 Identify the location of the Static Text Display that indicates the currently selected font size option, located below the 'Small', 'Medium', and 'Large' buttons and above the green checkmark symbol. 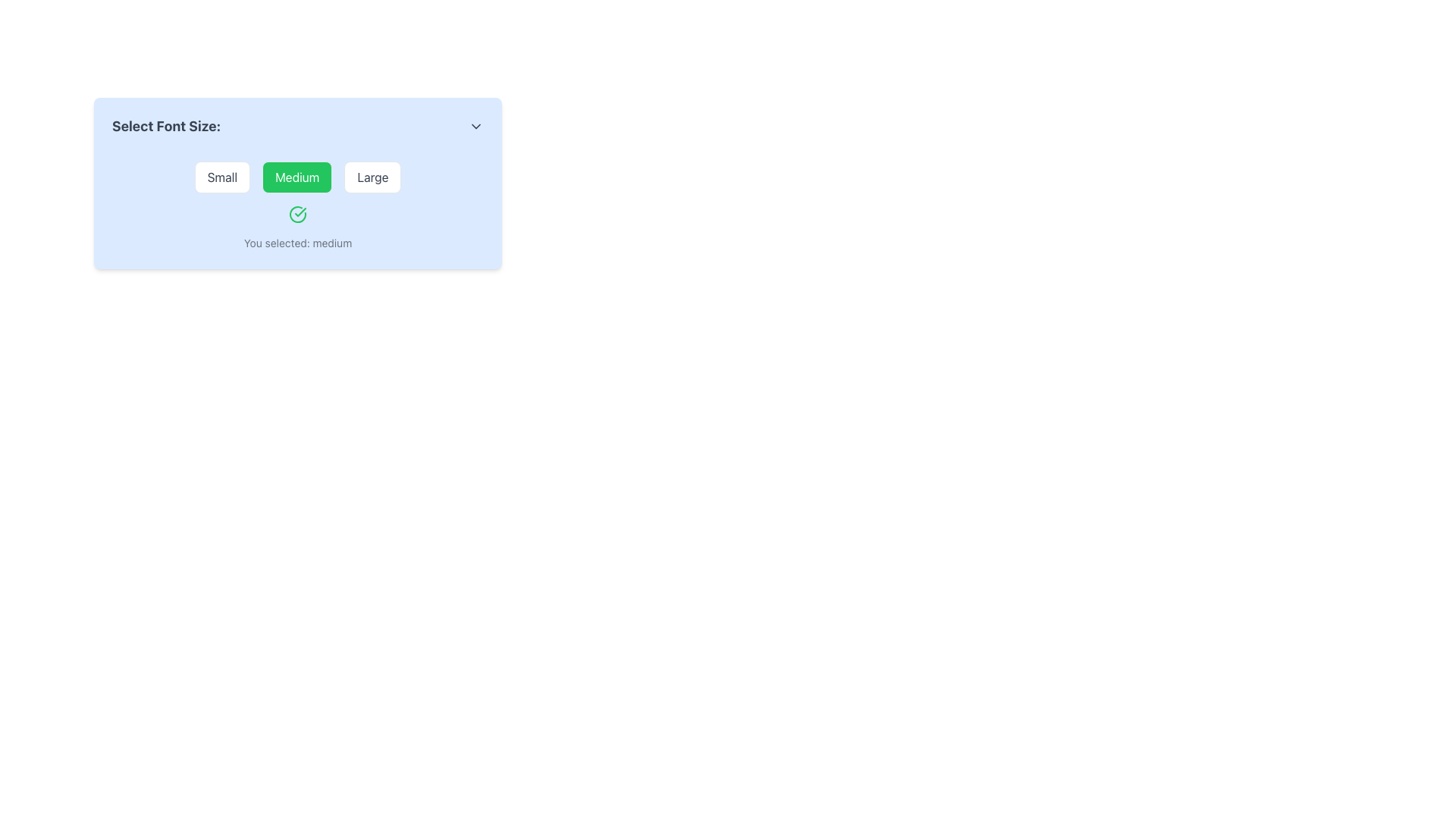
(298, 242).